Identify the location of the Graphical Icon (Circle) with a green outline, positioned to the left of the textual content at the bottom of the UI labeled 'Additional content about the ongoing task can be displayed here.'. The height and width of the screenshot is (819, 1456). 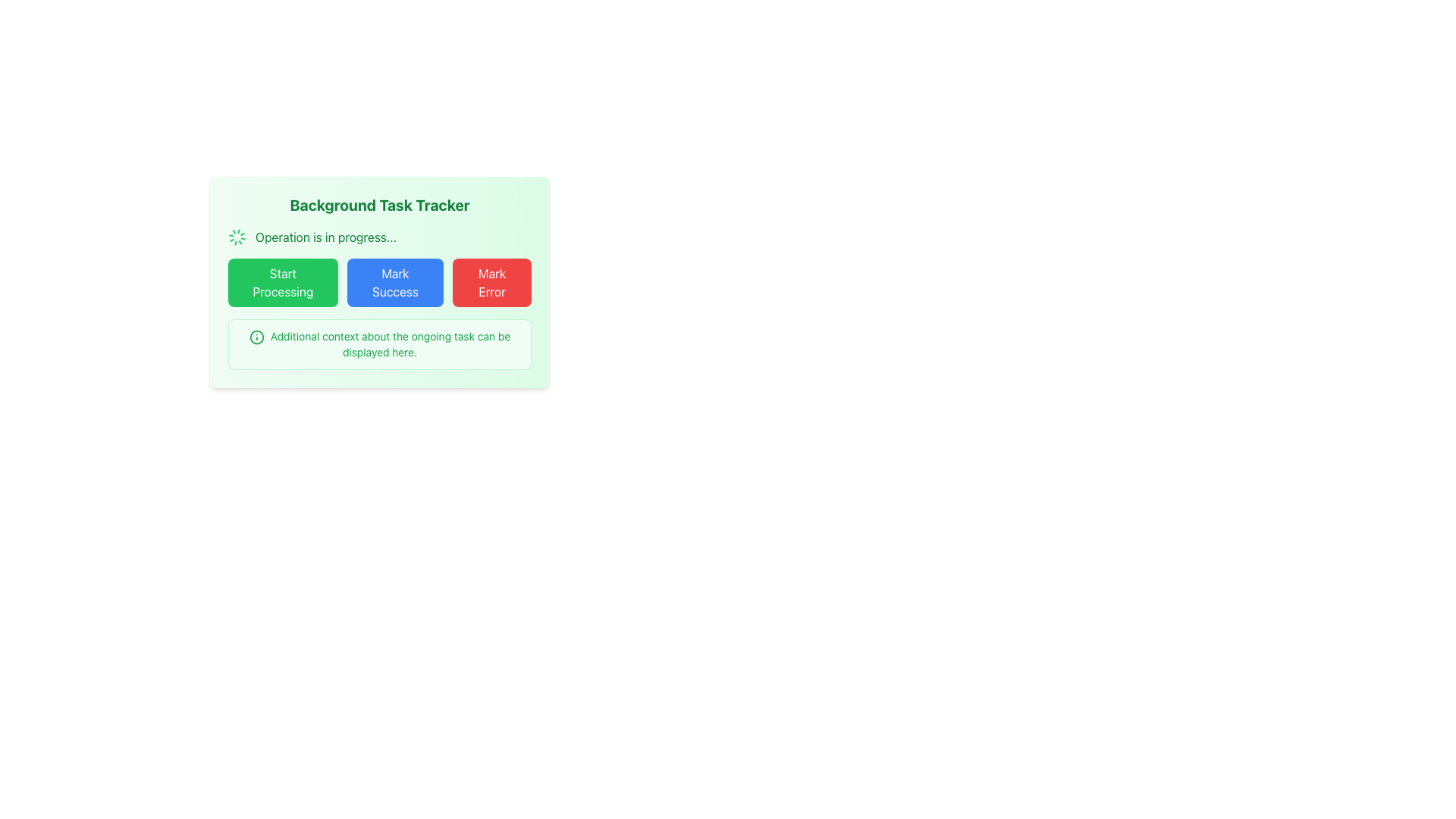
(256, 337).